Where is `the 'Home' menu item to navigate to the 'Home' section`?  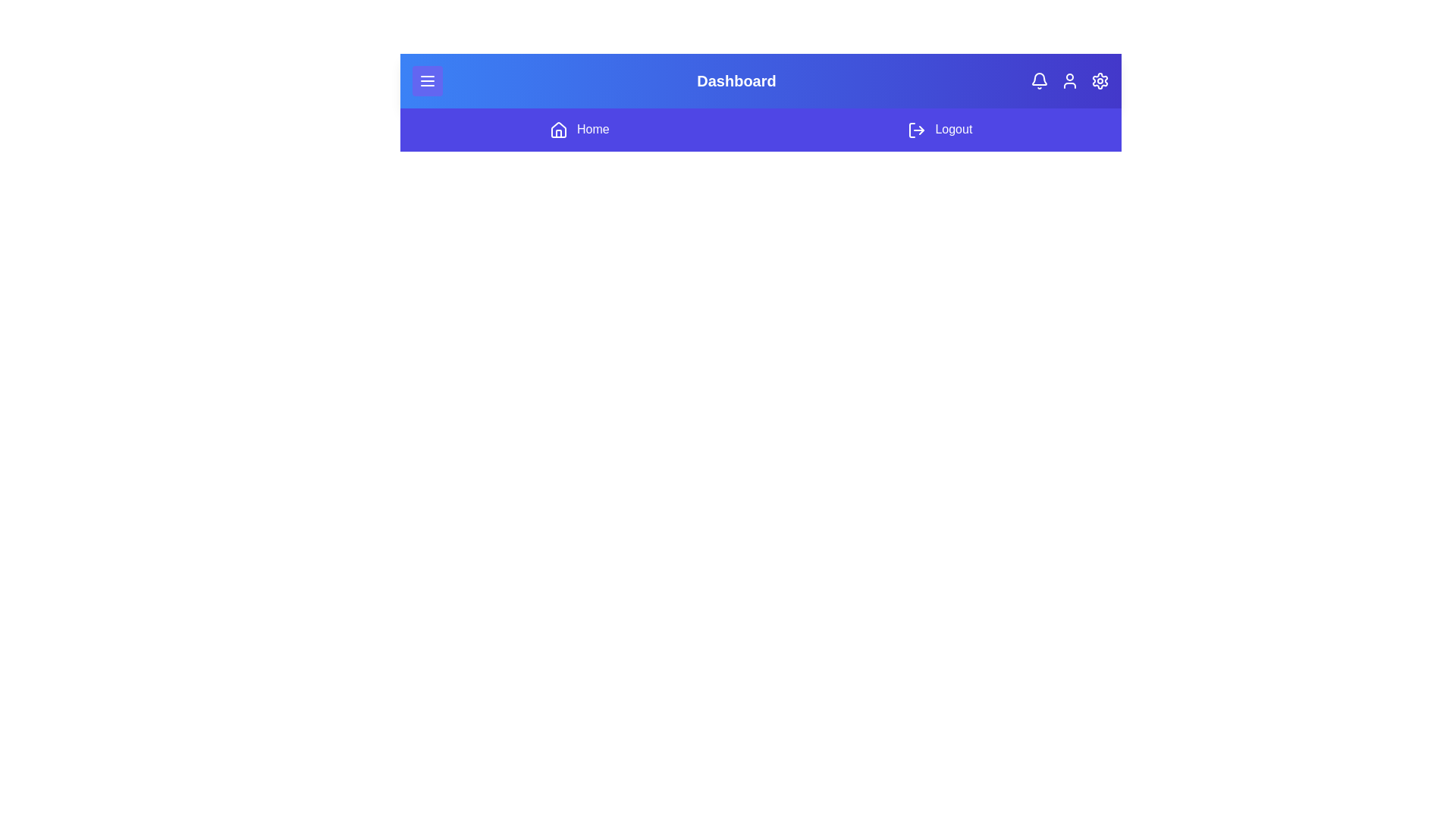 the 'Home' menu item to navigate to the 'Home' section is located at coordinates (578, 128).